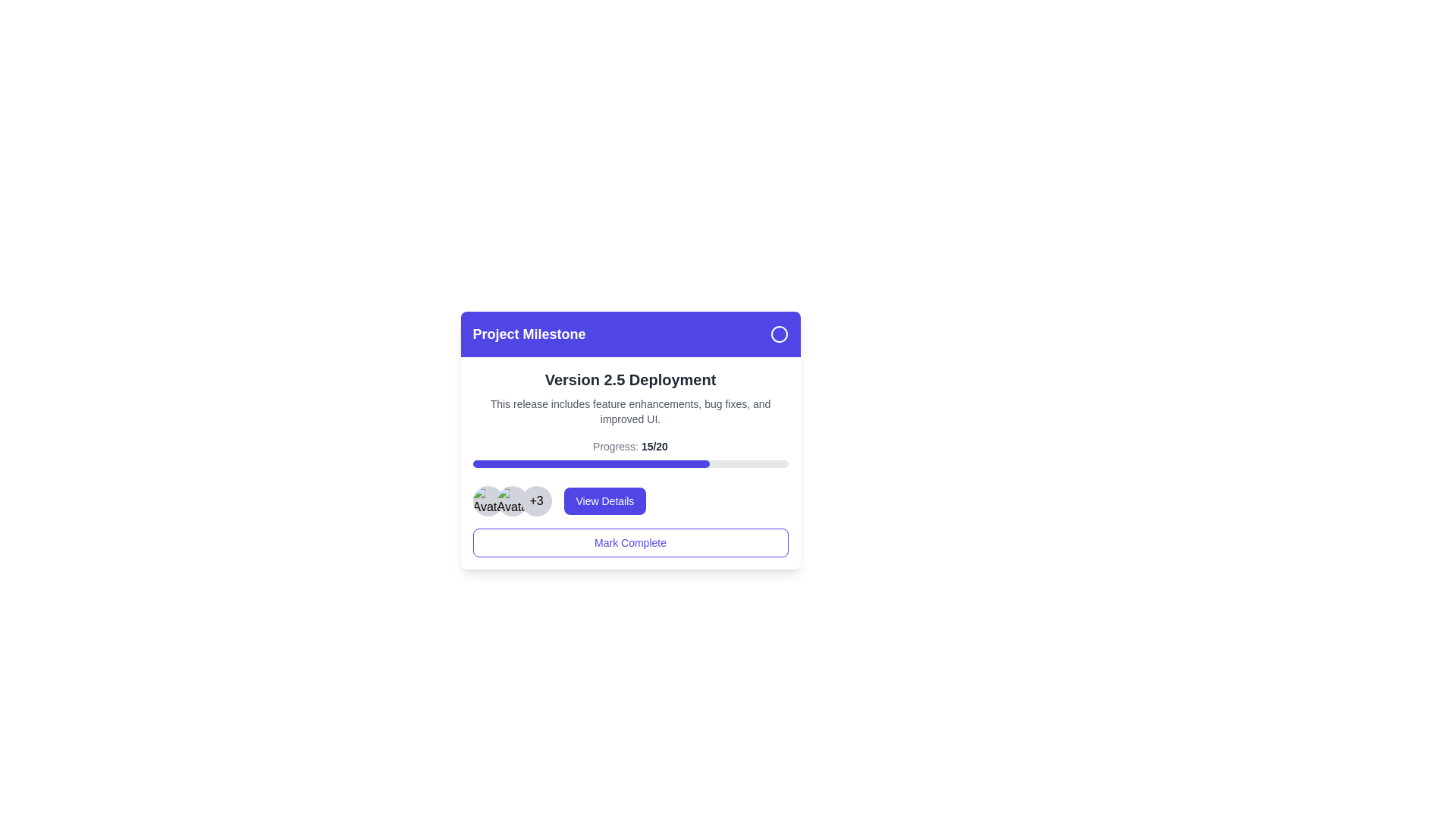  What do you see at coordinates (529, 333) in the screenshot?
I see `the text label reading 'Project Milestone' that is styled with bold white text on a purple background, located at the top of the card layout` at bounding box center [529, 333].